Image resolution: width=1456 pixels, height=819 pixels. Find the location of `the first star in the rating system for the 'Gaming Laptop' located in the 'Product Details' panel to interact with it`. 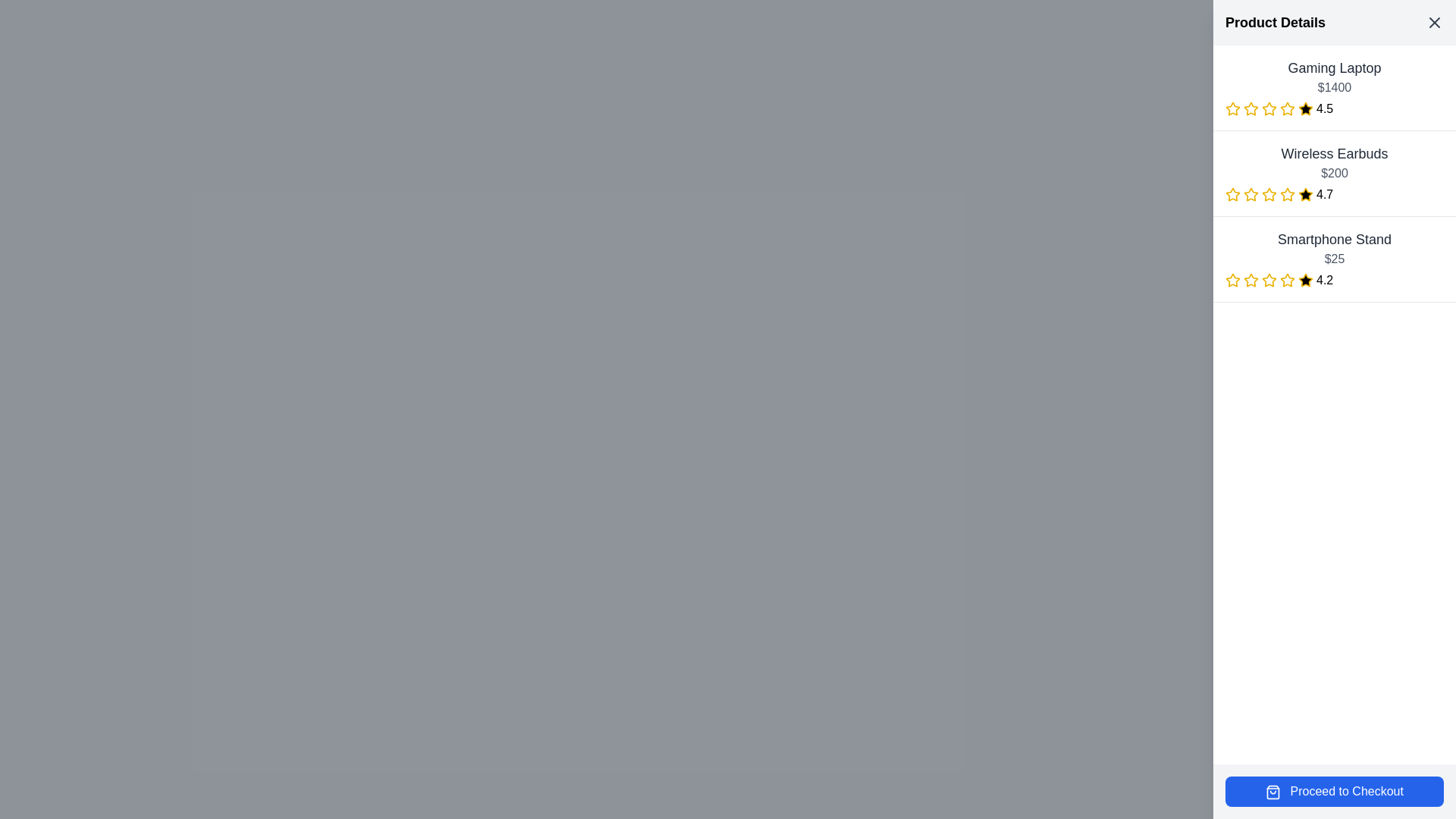

the first star in the rating system for the 'Gaming Laptop' located in the 'Product Details' panel to interact with it is located at coordinates (1232, 107).